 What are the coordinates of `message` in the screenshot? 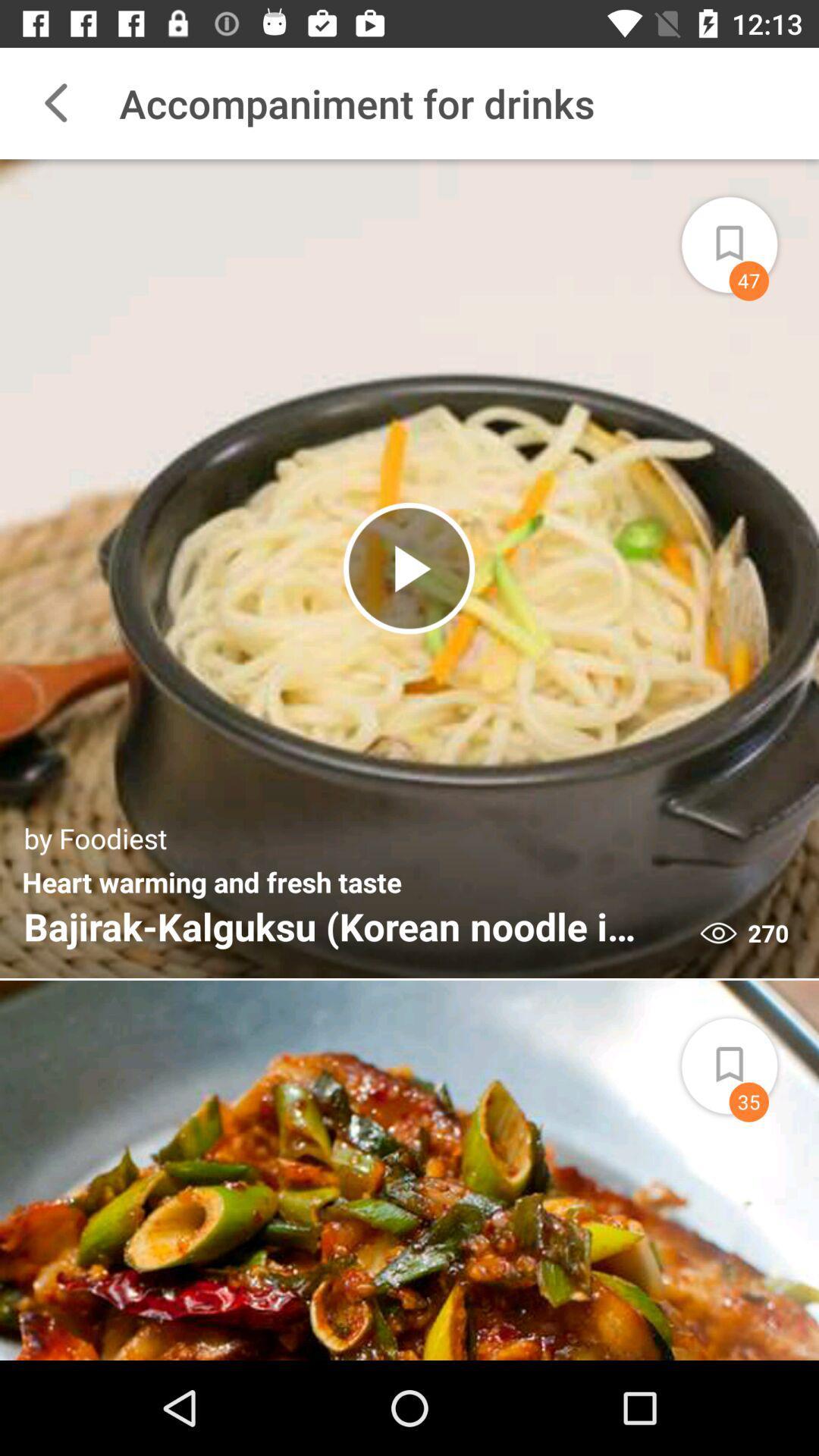 It's located at (746, 234).